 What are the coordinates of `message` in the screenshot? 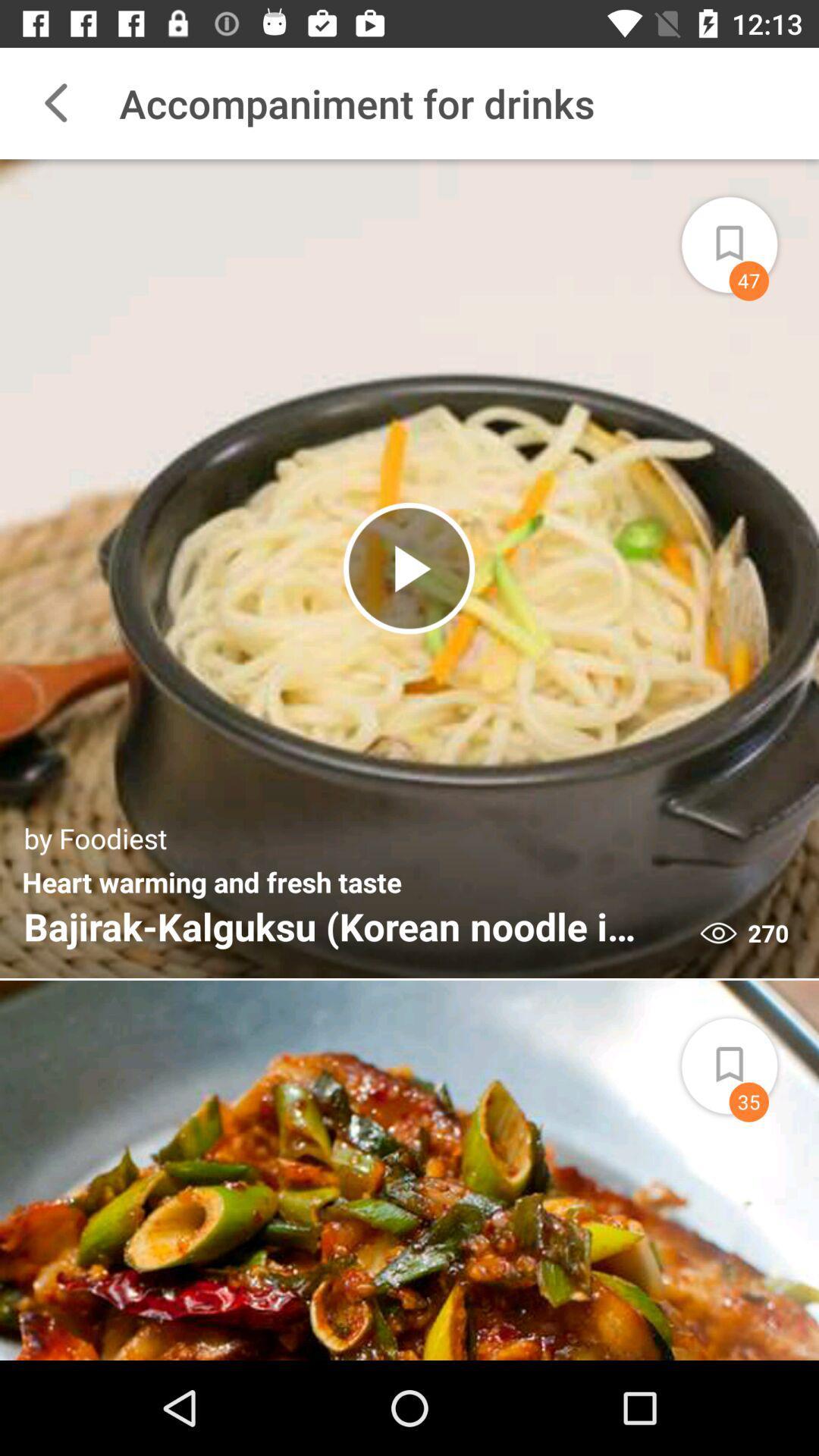 It's located at (746, 234).